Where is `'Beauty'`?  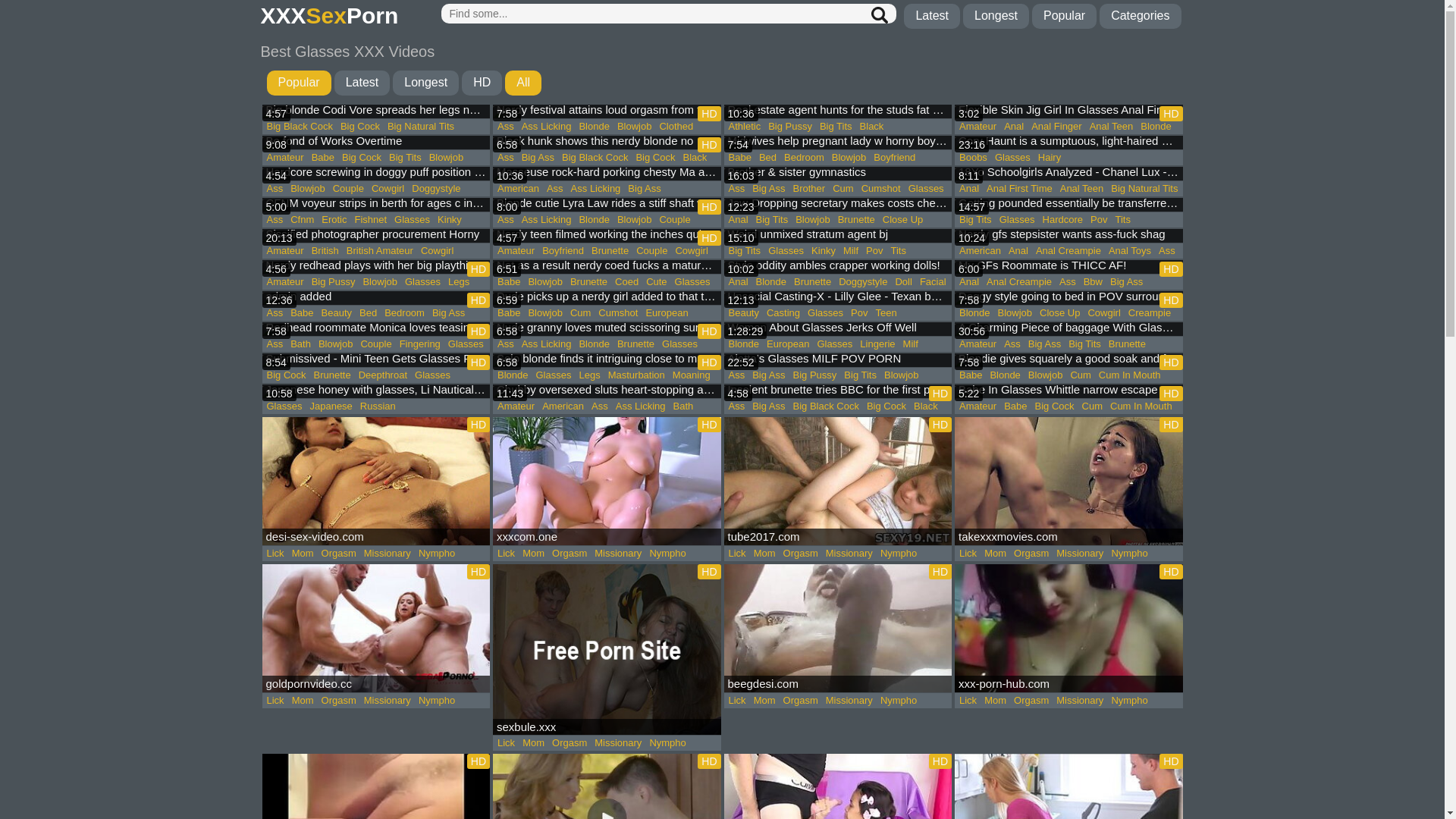
'Beauty' is located at coordinates (743, 312).